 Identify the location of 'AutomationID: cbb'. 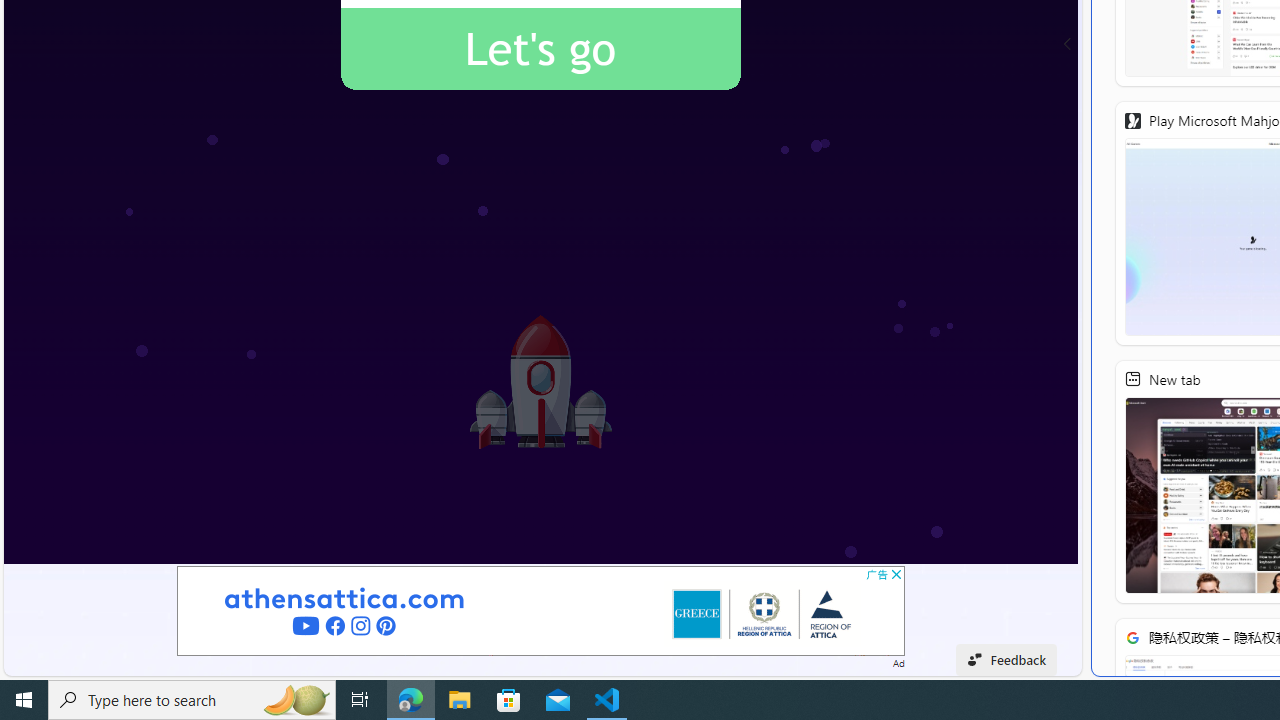
(895, 574).